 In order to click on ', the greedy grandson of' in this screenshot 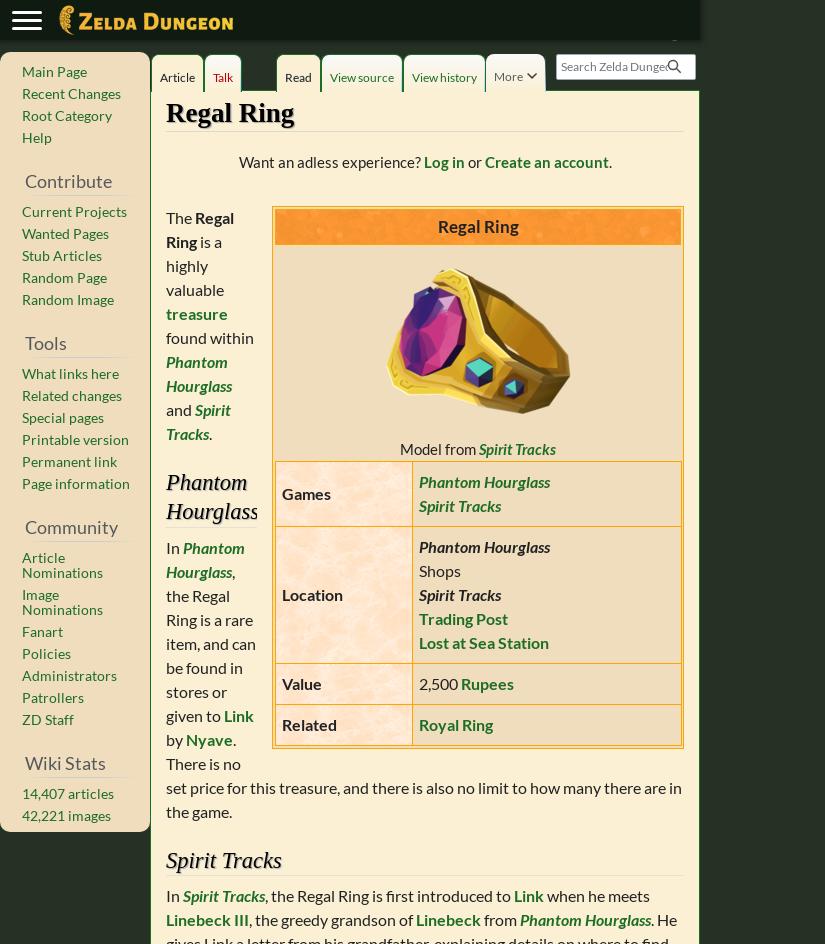, I will do `click(331, 918)`.